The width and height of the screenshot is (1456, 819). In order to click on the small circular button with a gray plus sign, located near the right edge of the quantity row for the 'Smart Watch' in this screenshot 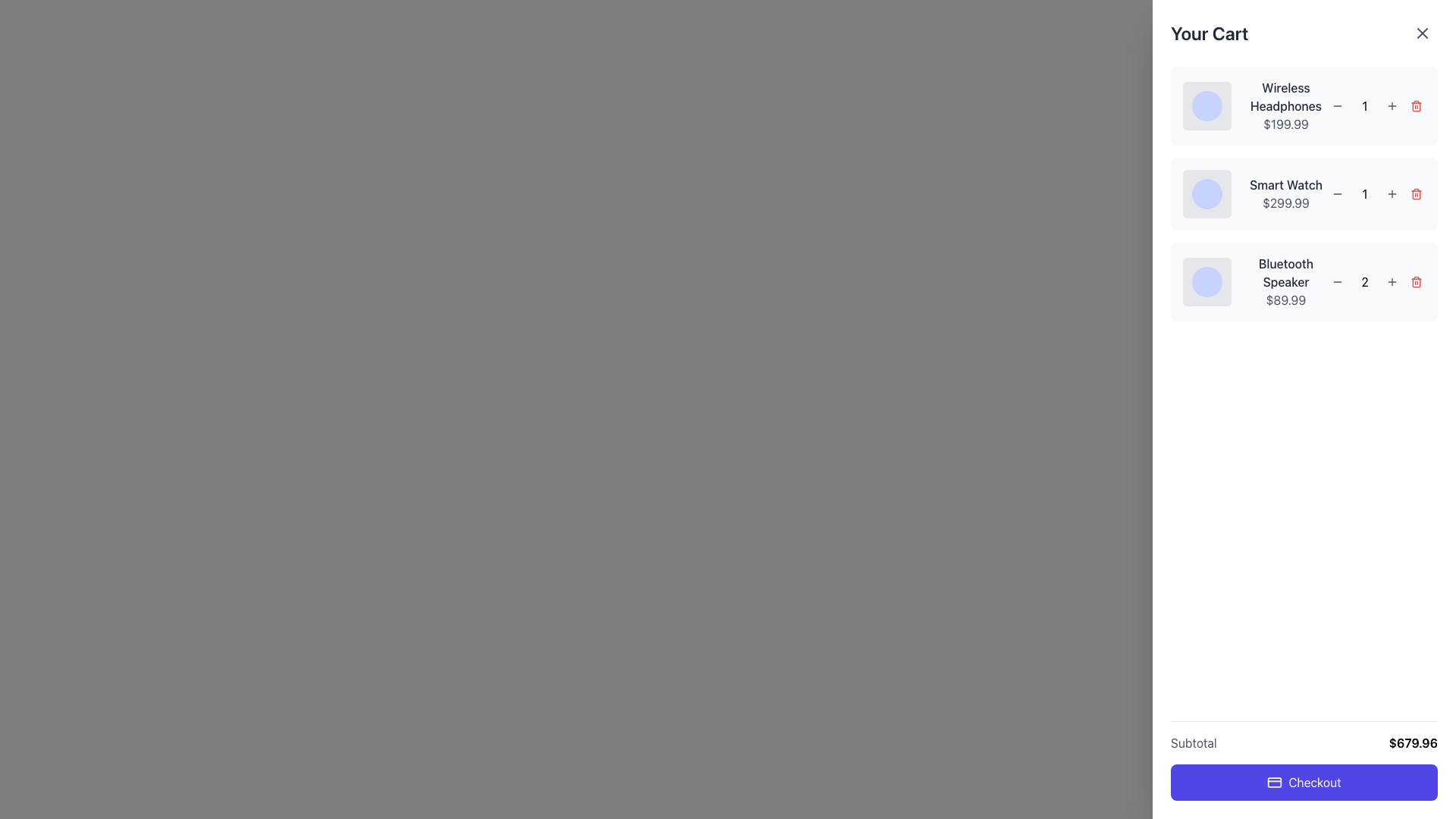, I will do `click(1392, 193)`.